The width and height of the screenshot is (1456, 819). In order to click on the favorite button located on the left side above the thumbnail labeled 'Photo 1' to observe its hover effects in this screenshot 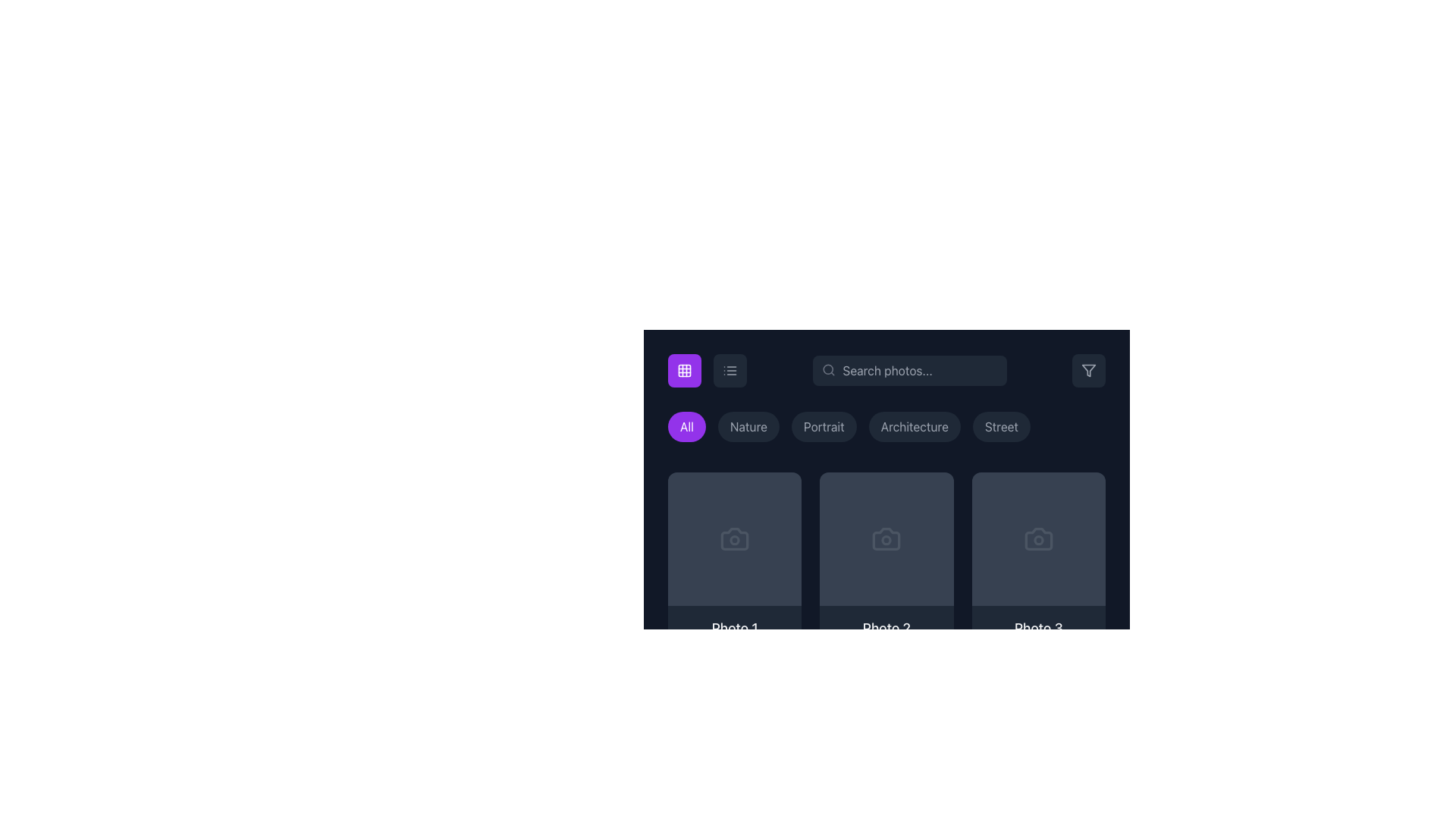, I will do `click(695, 538)`.